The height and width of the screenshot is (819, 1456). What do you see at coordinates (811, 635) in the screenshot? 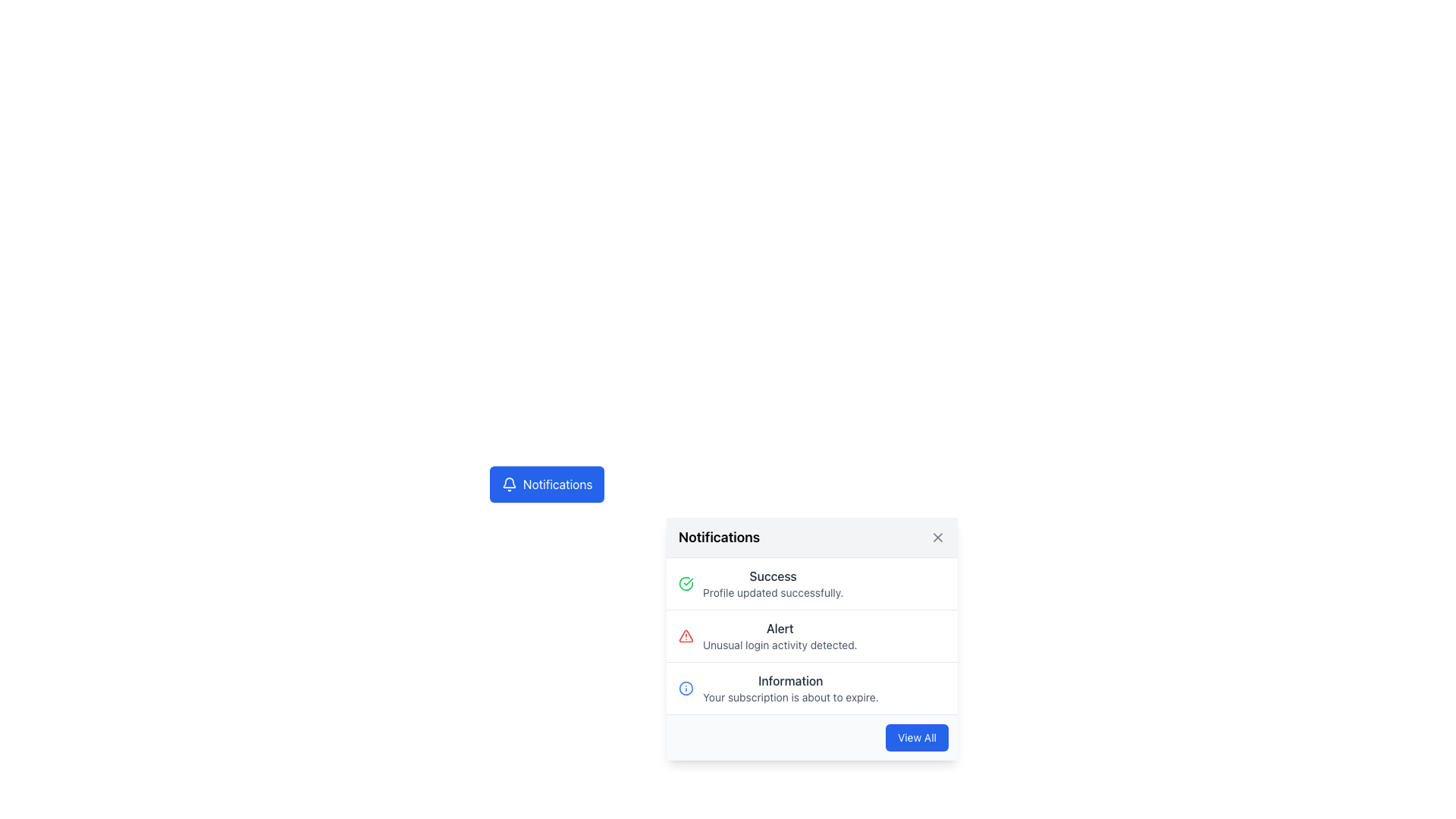
I see `the second notification item in the notification list that states 'Alert' in bold with the message 'Unusual login activity detected.'` at bounding box center [811, 635].